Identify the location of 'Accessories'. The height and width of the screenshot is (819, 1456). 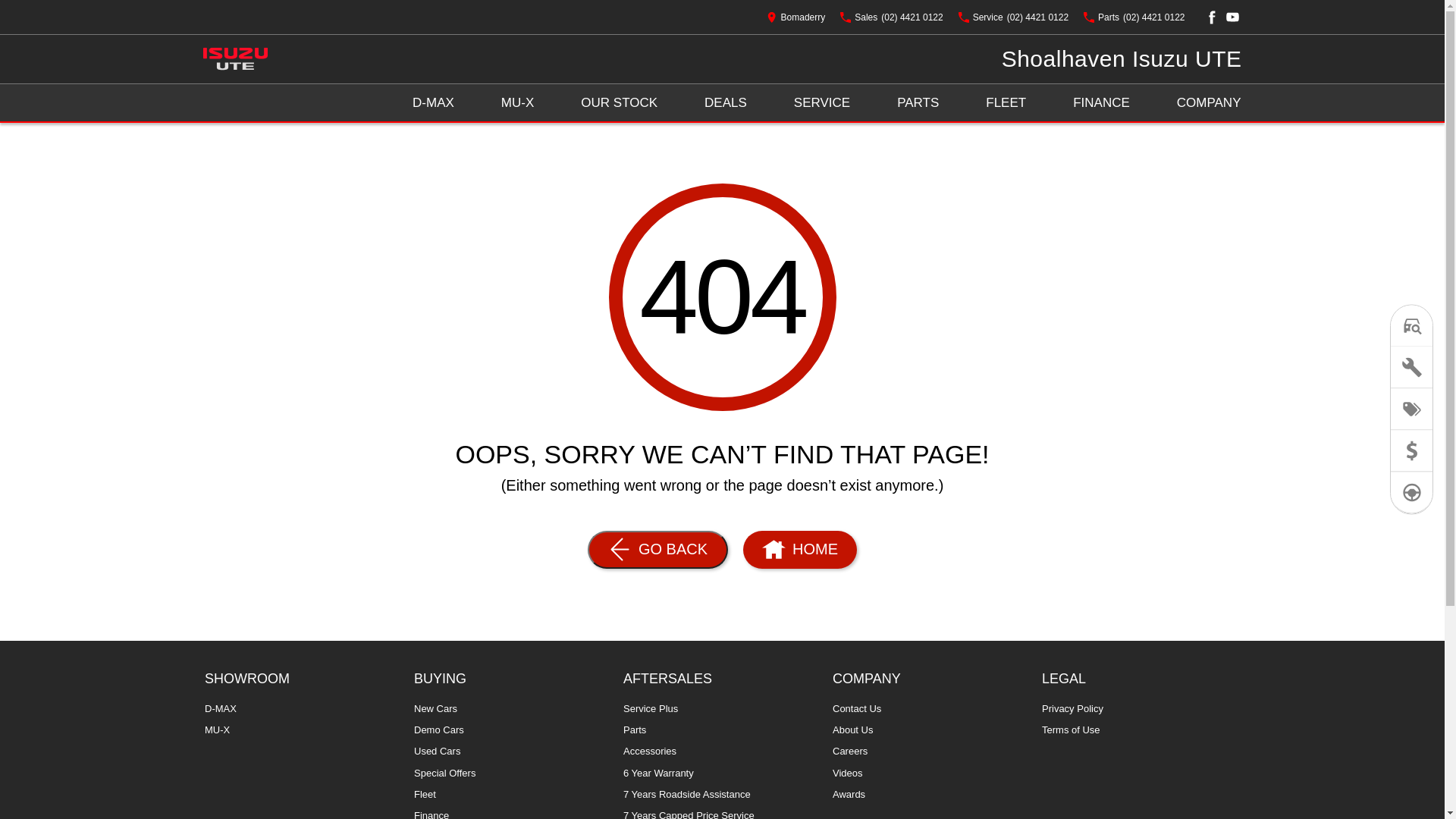
(650, 755).